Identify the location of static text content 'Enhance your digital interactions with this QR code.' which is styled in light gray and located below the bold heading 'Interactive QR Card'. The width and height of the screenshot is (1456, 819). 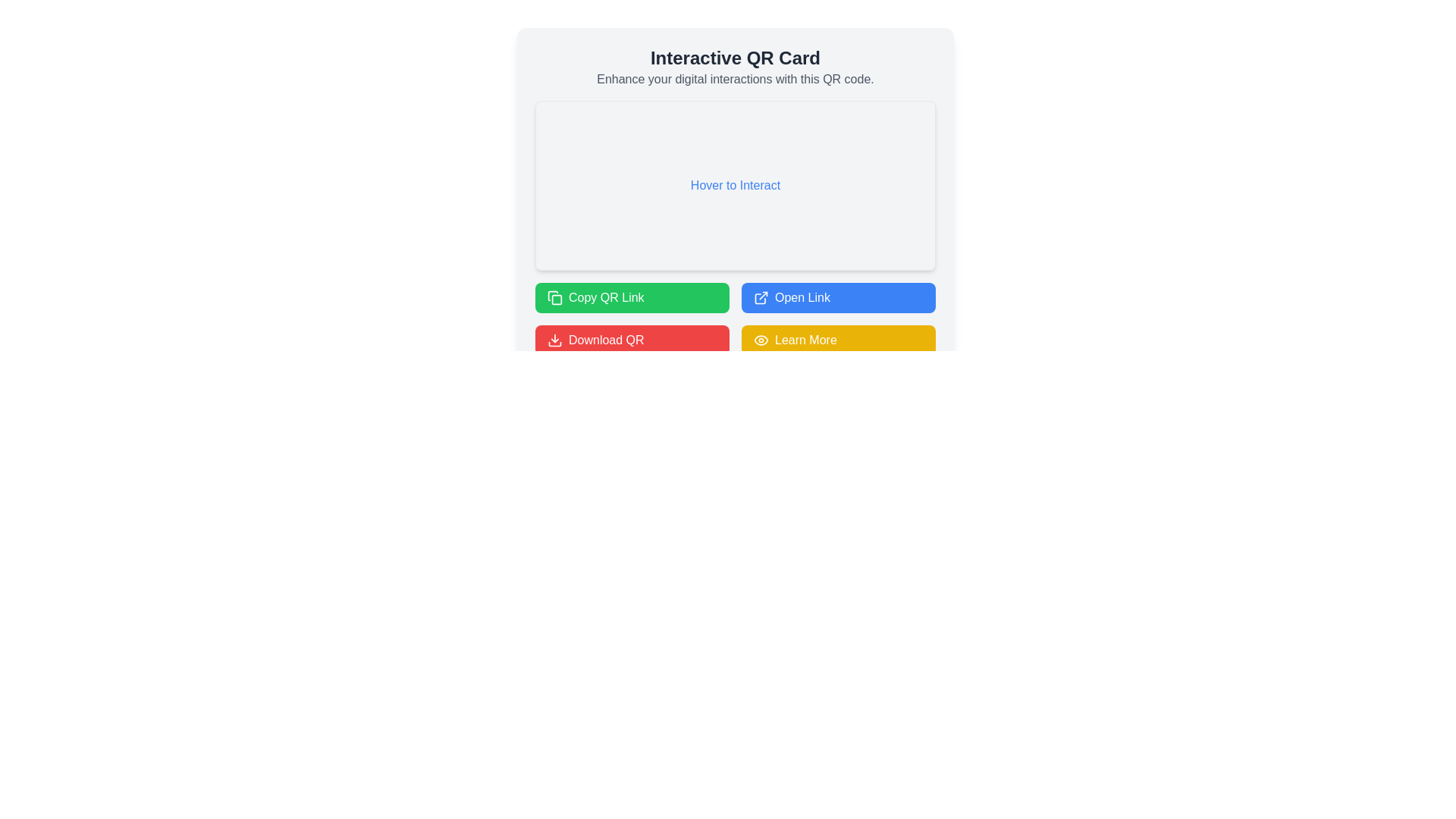
(735, 79).